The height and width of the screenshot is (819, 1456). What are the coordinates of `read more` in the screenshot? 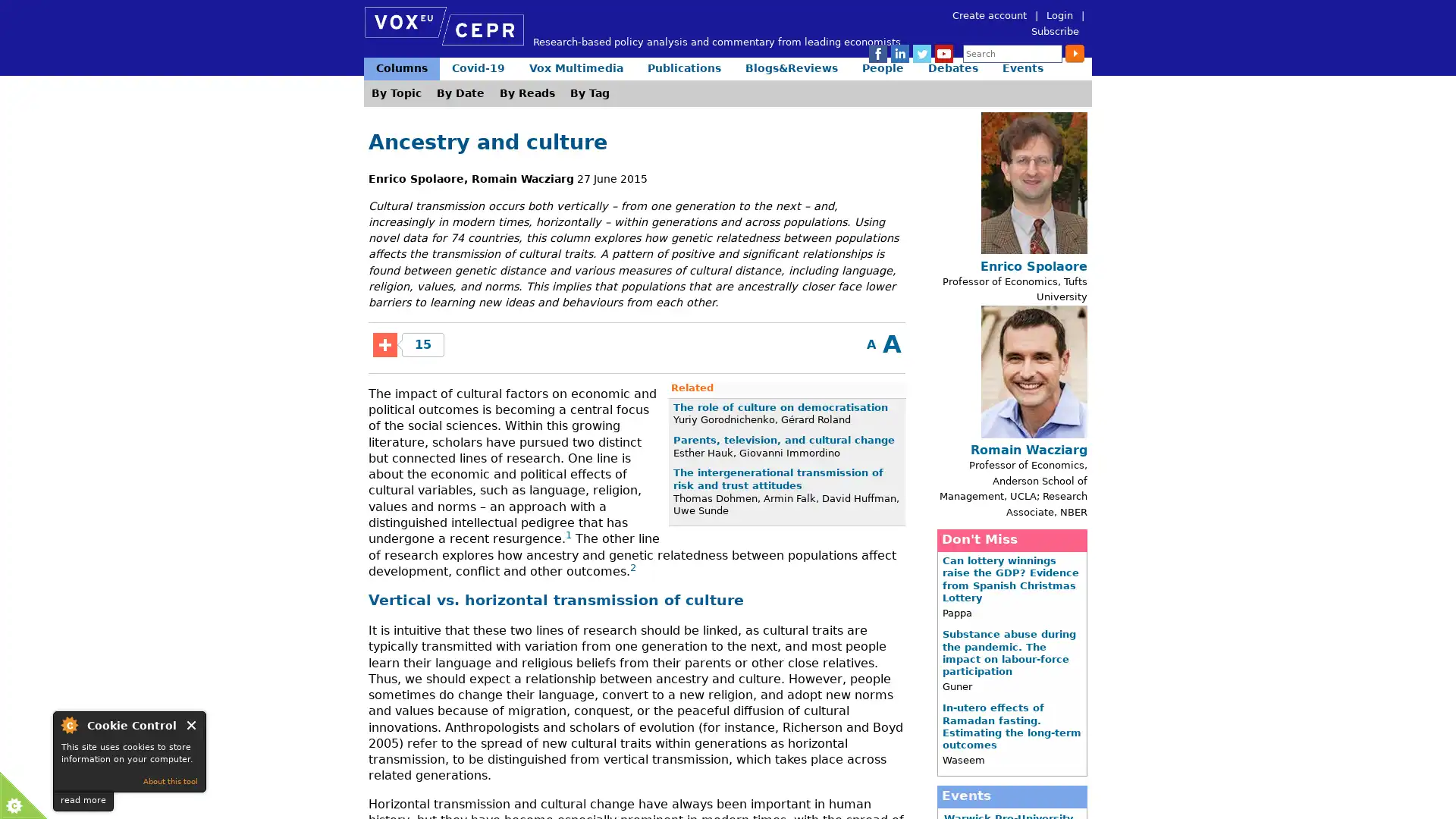 It's located at (83, 800).